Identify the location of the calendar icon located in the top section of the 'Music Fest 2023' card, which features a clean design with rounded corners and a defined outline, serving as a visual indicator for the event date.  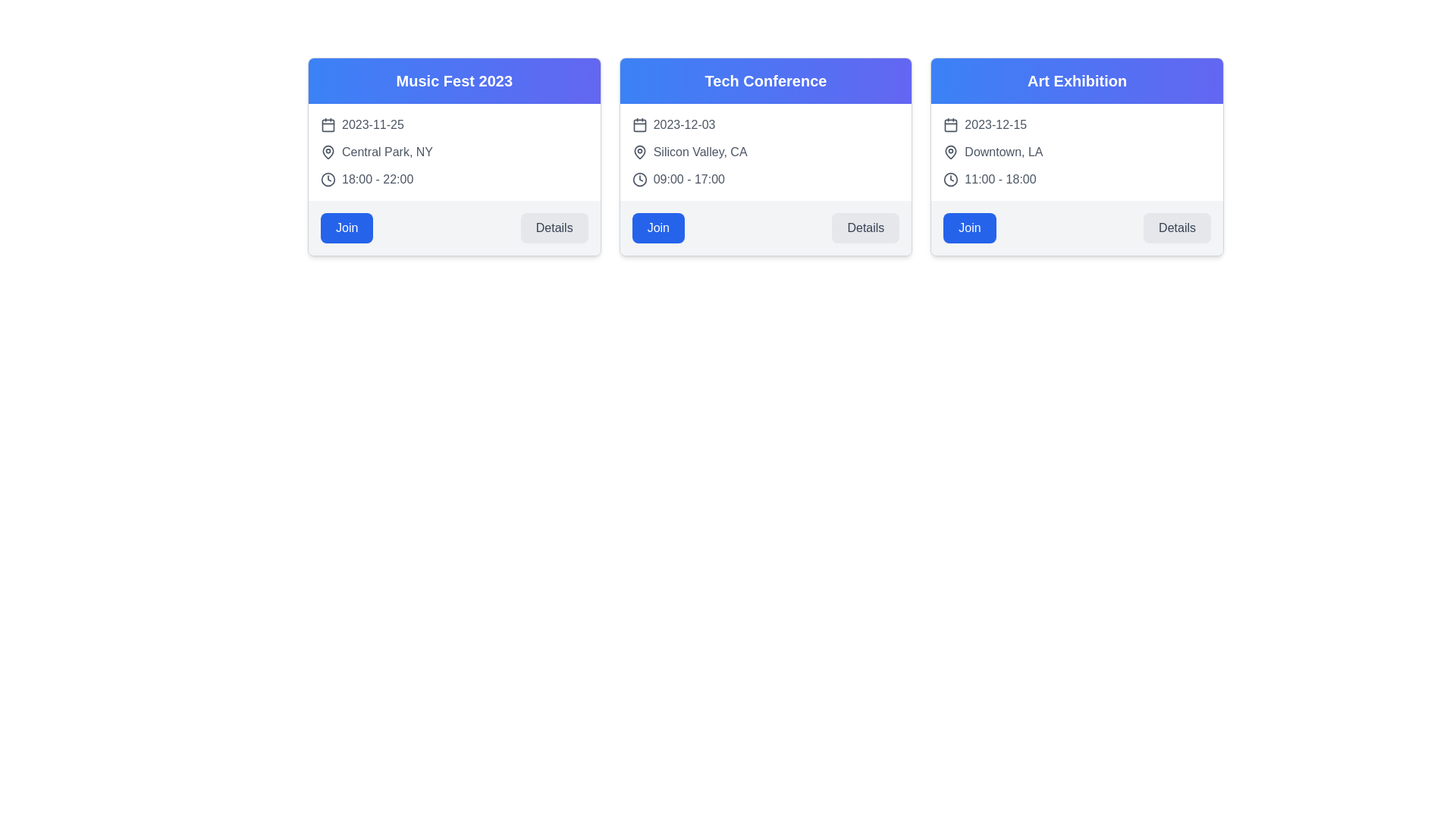
(327, 124).